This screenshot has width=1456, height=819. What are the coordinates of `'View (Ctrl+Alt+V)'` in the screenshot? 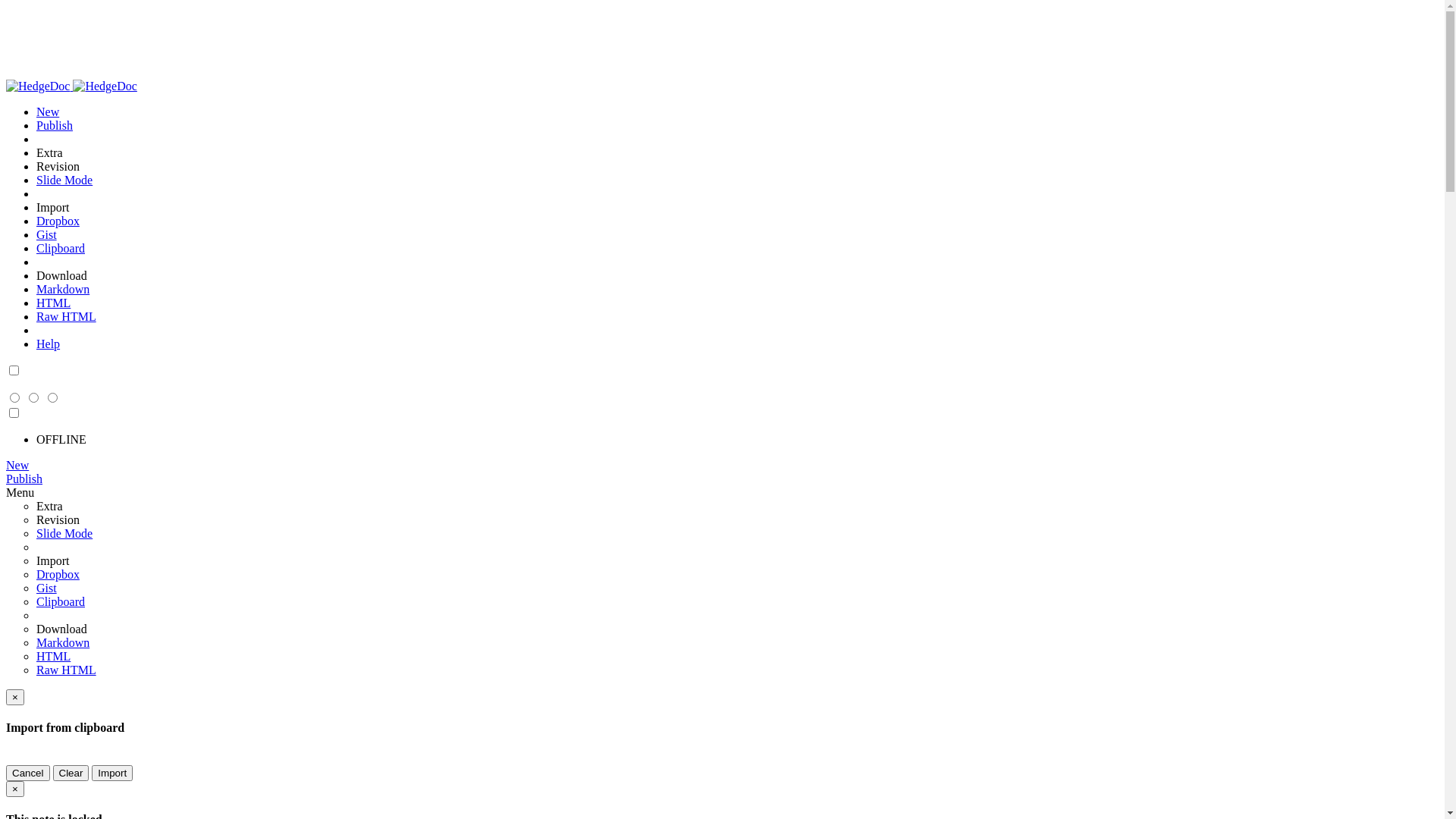 It's located at (6, 397).